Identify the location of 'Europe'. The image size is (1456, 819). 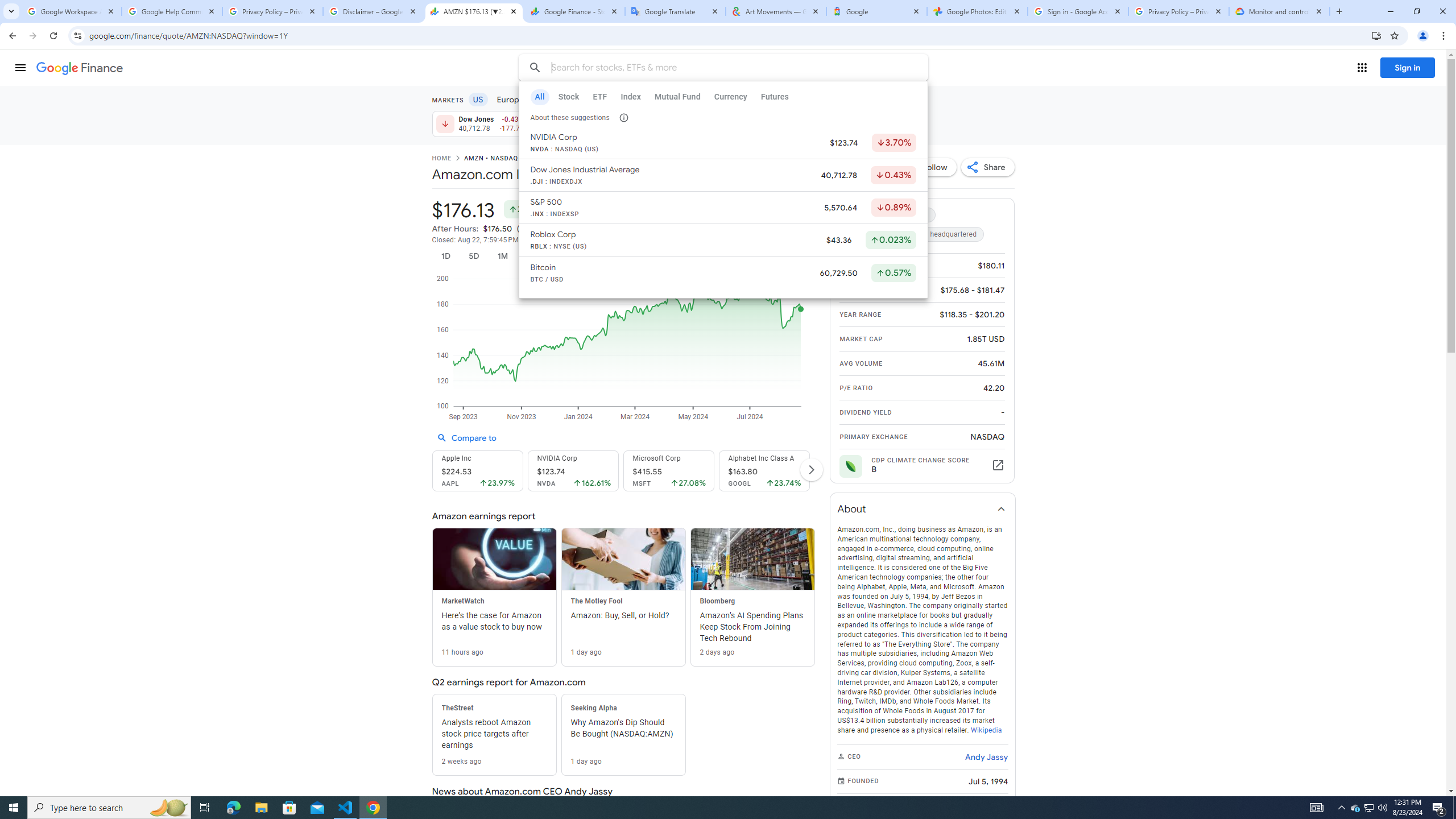
(510, 98).